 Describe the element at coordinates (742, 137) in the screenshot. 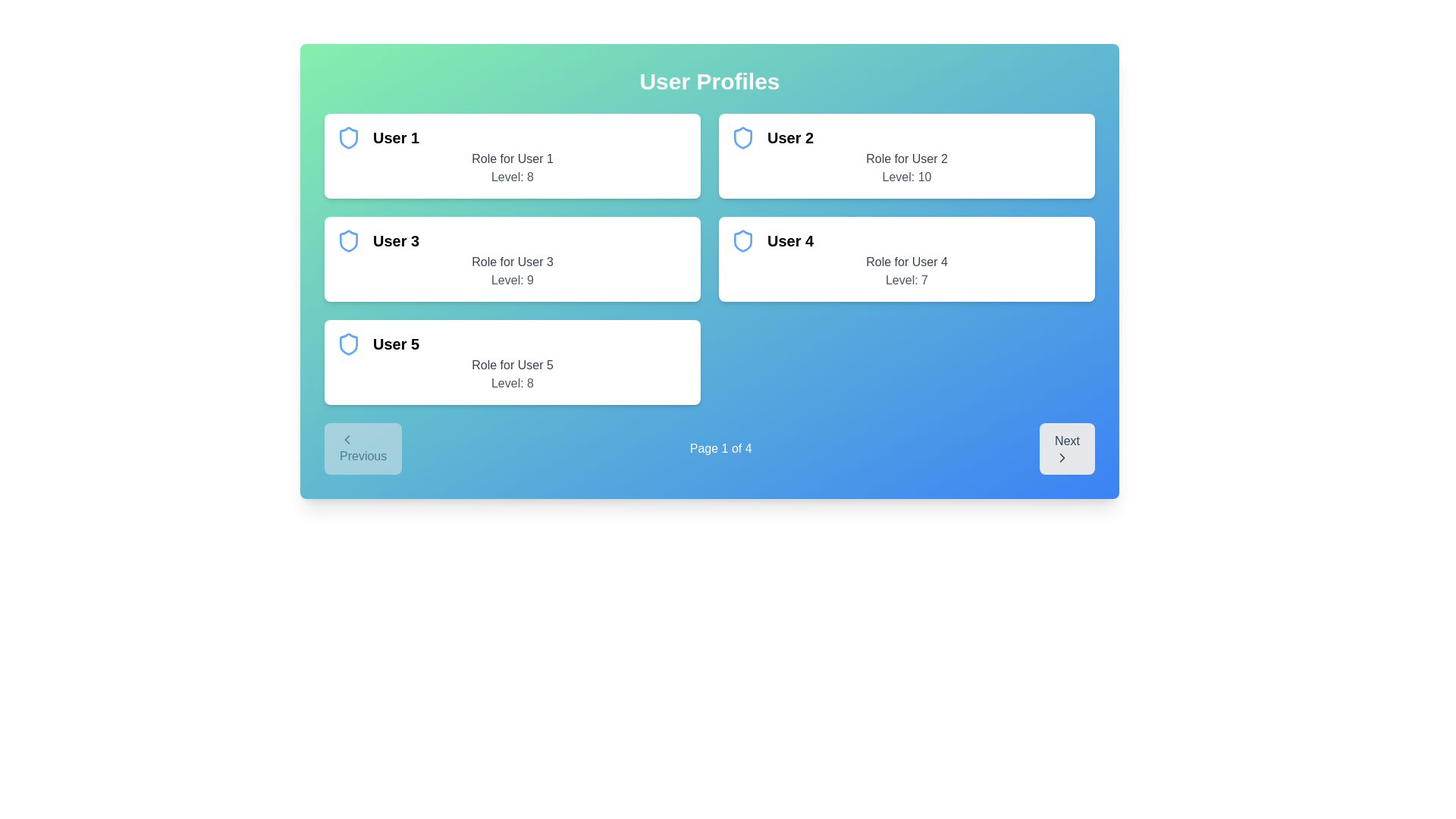

I see `the shield icon representing the security status of 'User 2' located in the upper-right quadrant of the interface` at that location.